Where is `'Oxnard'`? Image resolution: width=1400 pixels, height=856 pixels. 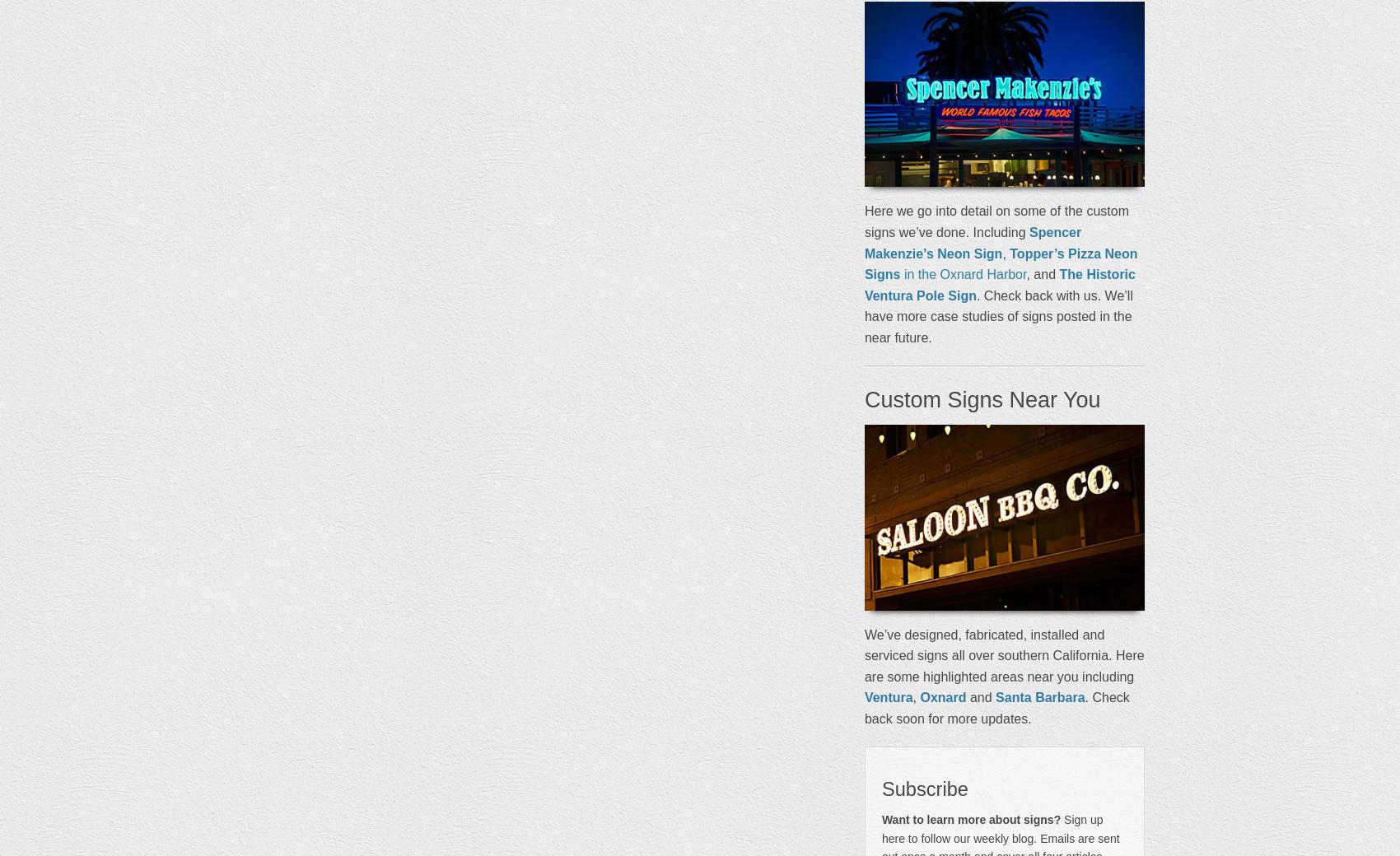 'Oxnard' is located at coordinates (942, 696).